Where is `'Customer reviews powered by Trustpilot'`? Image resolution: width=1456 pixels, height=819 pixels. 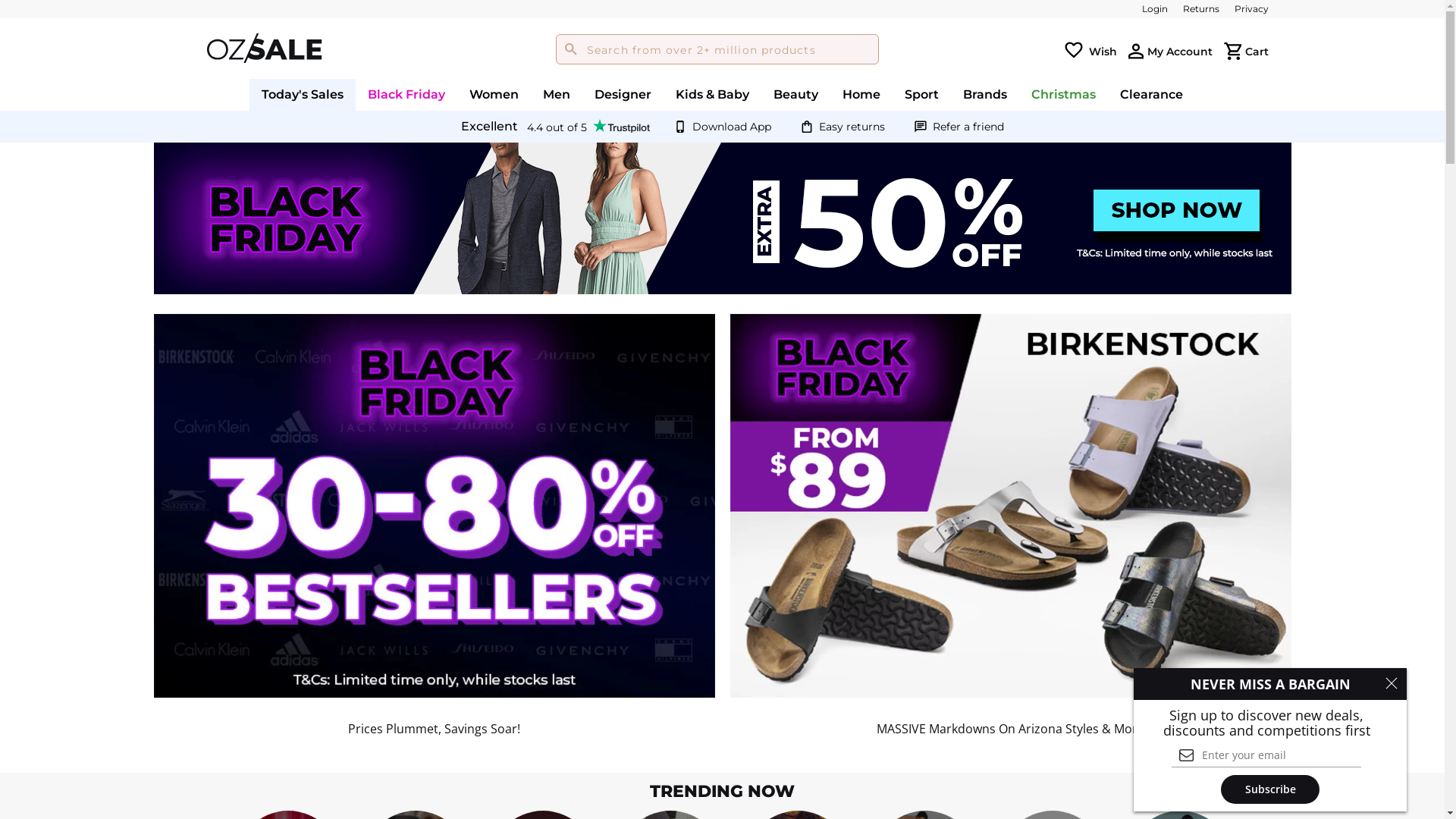 'Customer reviews powered by Trustpilot' is located at coordinates (554, 125).